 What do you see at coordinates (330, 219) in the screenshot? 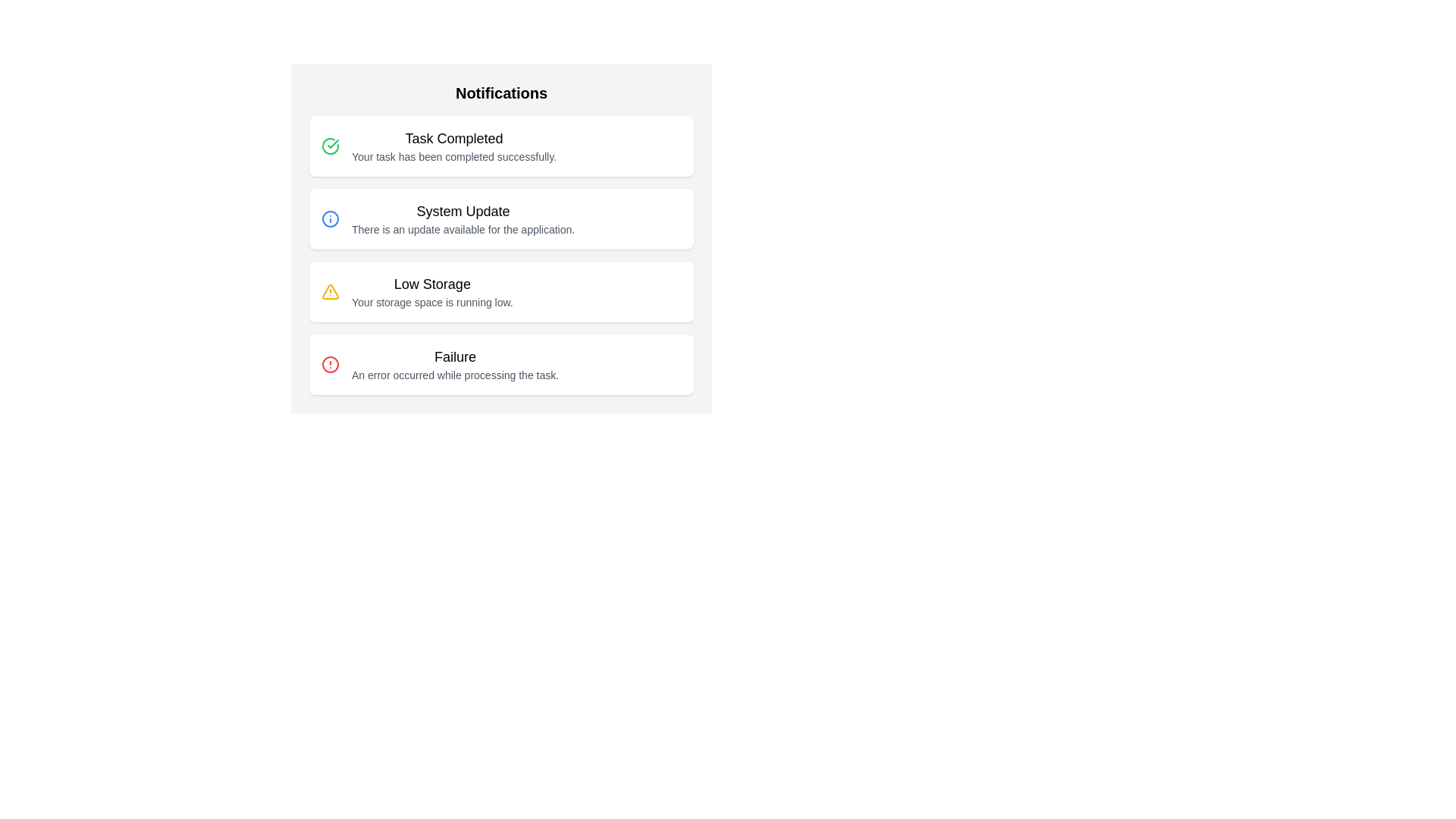
I see `the blue circular outline with a centered blue dot, which is part of the informational symbol icon located next to the 'System Update' notification` at bounding box center [330, 219].